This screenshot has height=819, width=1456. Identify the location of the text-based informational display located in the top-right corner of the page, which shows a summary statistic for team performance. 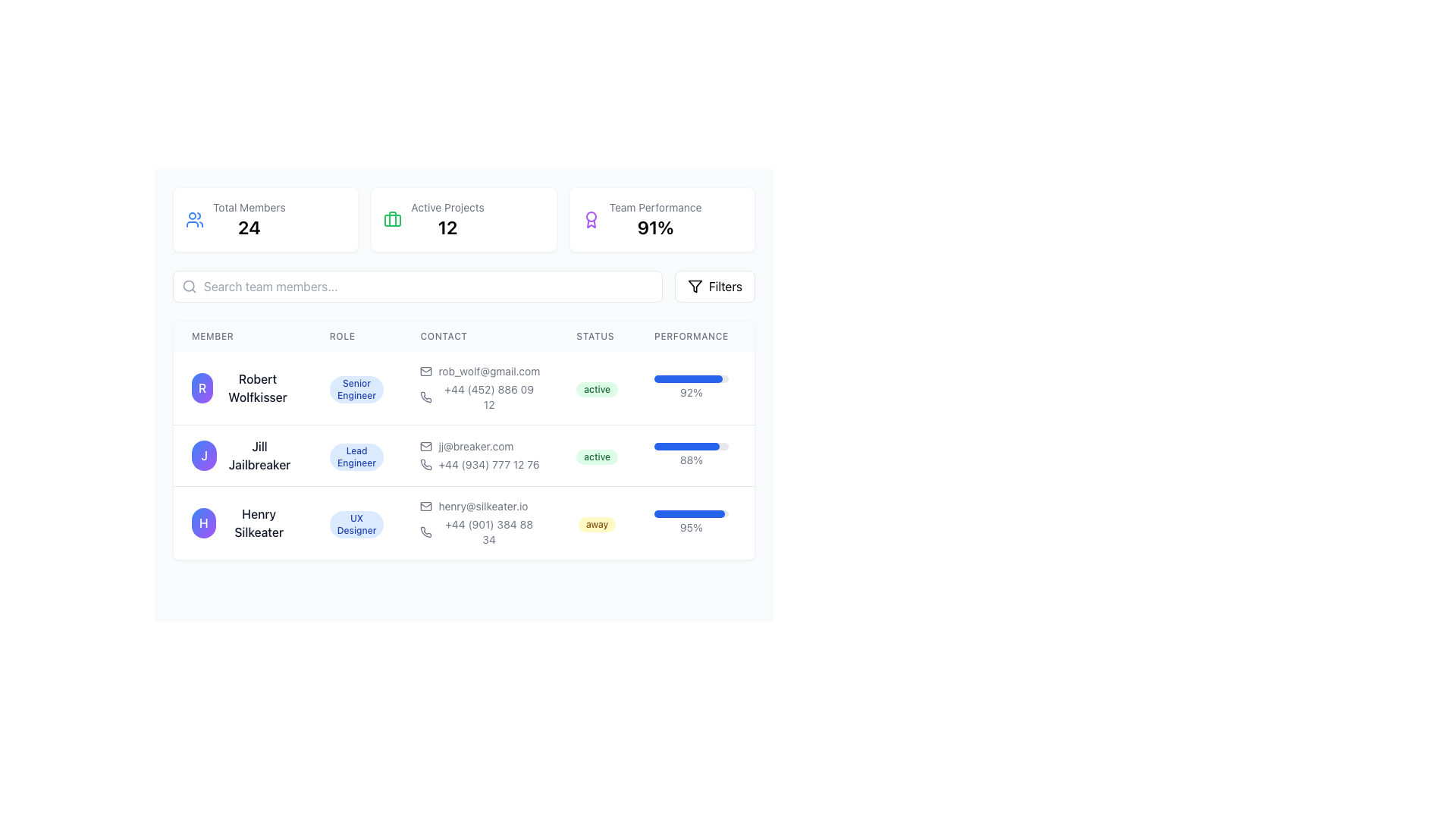
(655, 219).